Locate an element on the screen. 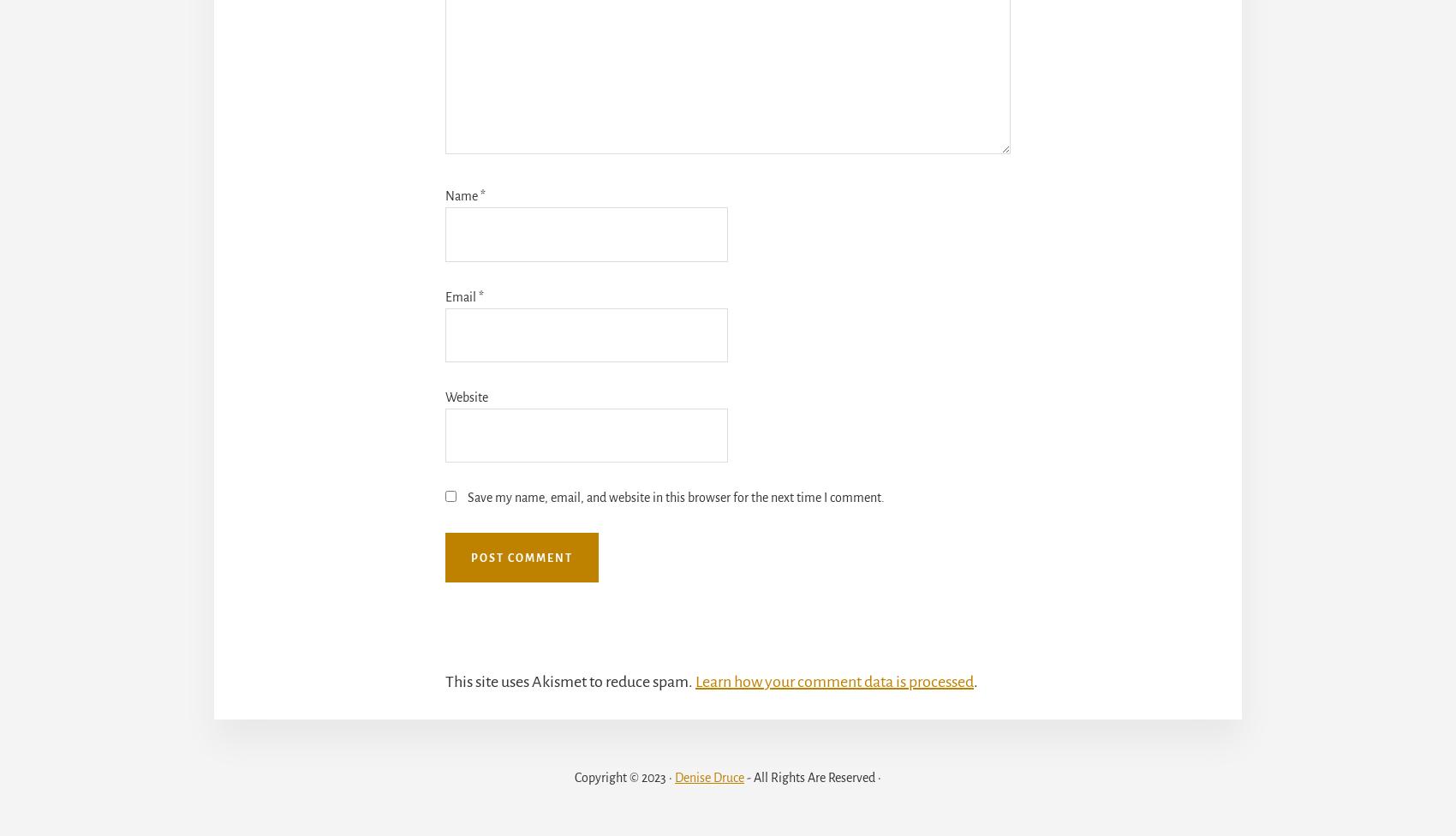 This screenshot has height=836, width=1456. 'Denise Druce' is located at coordinates (708, 776).